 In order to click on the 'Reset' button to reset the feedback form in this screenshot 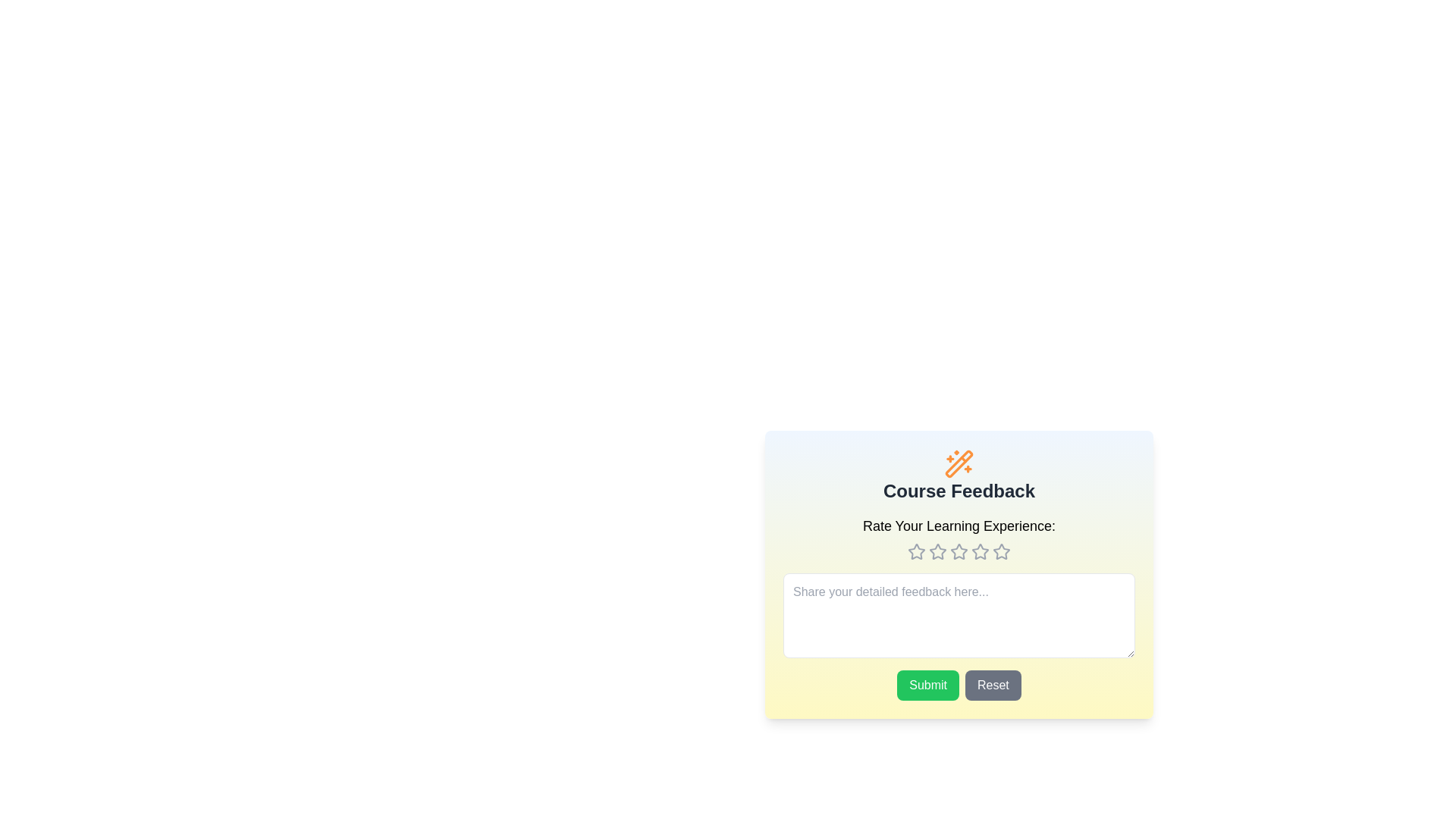, I will do `click(993, 685)`.